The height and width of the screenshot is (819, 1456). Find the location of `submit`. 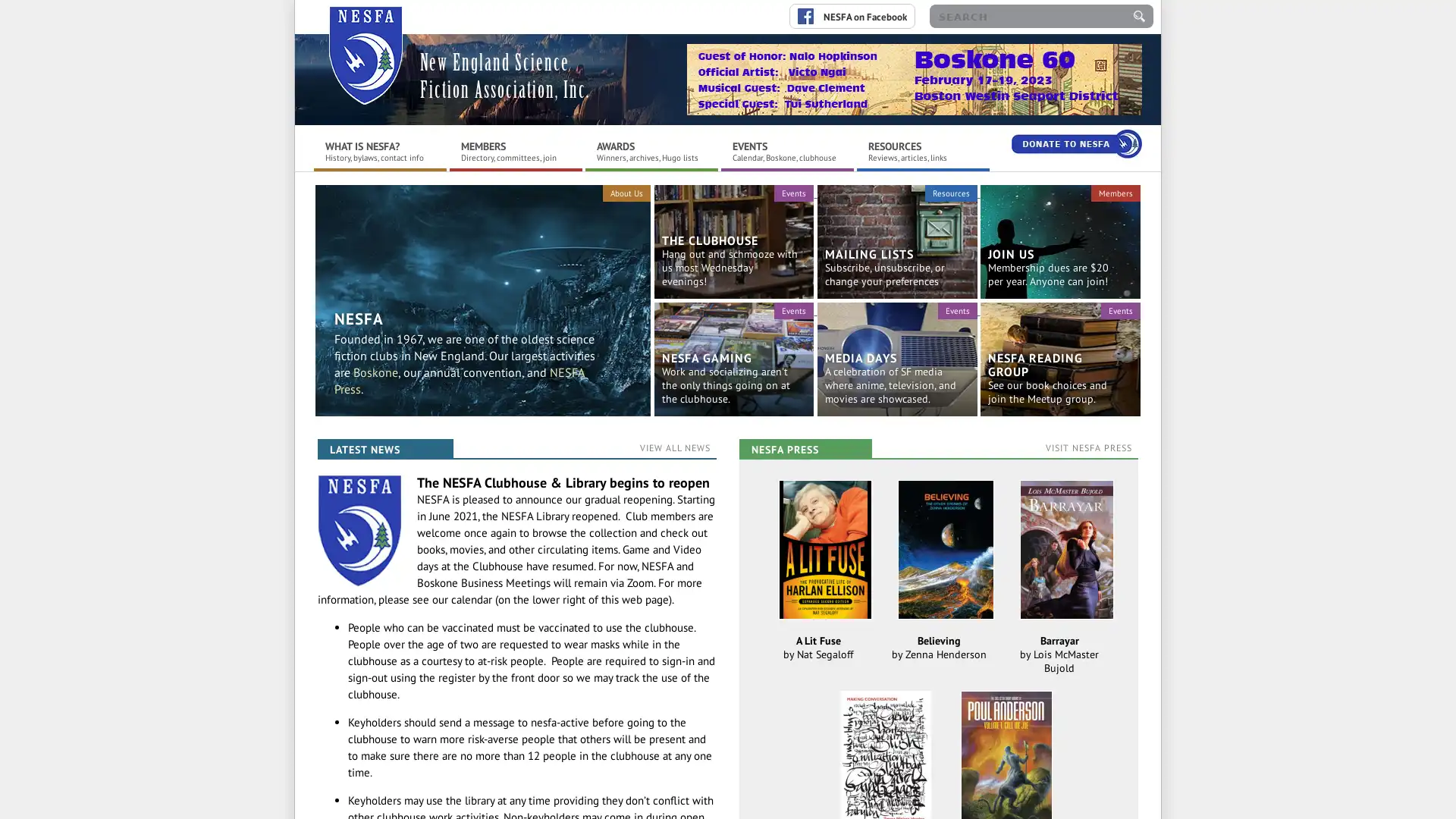

submit is located at coordinates (1139, 16).